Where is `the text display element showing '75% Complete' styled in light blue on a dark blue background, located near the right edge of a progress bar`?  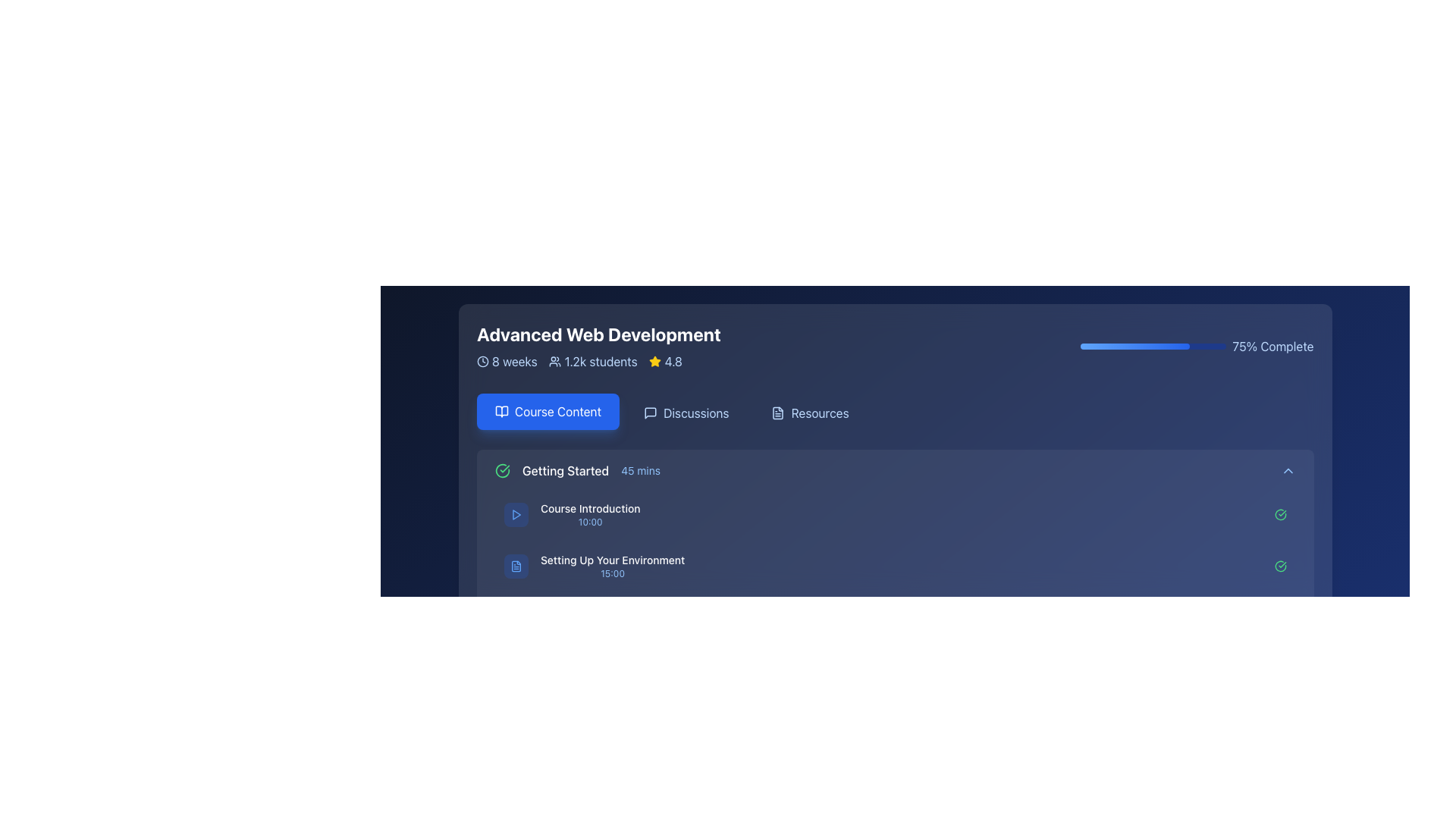
the text display element showing '75% Complete' styled in light blue on a dark blue background, located near the right edge of a progress bar is located at coordinates (1273, 346).